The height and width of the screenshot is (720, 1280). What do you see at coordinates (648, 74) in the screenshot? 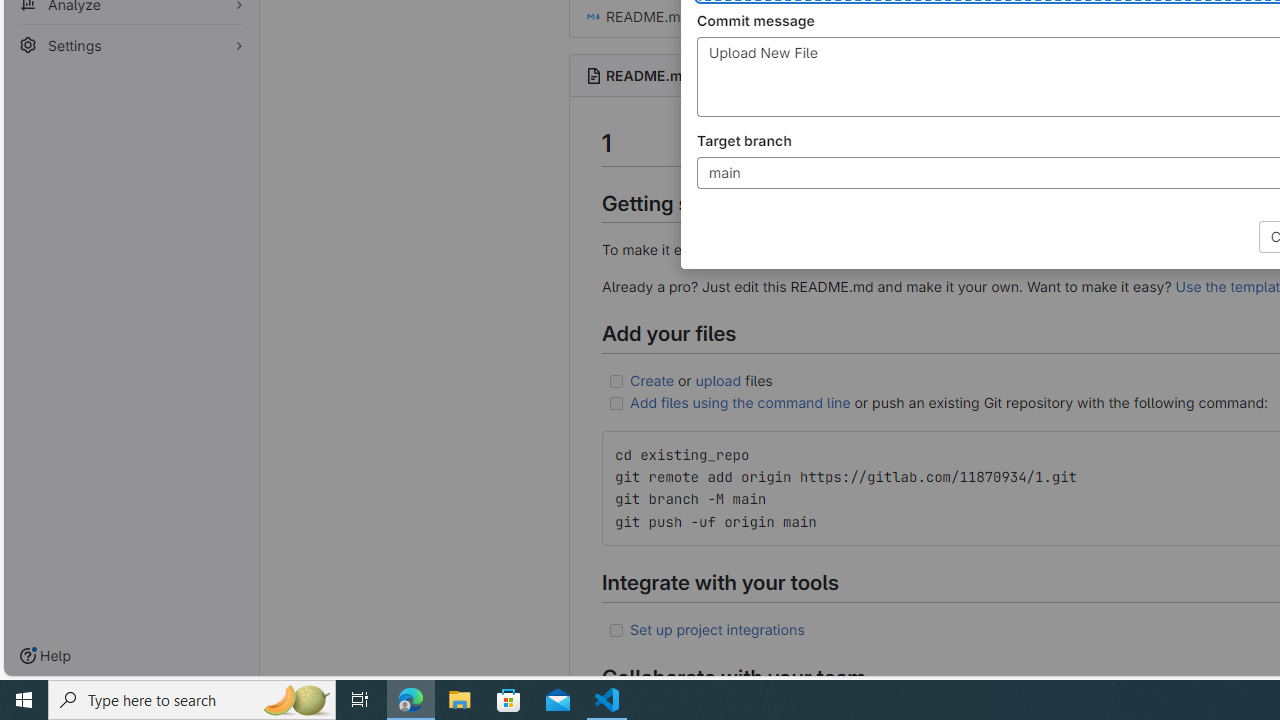
I see `'README.md'` at bounding box center [648, 74].